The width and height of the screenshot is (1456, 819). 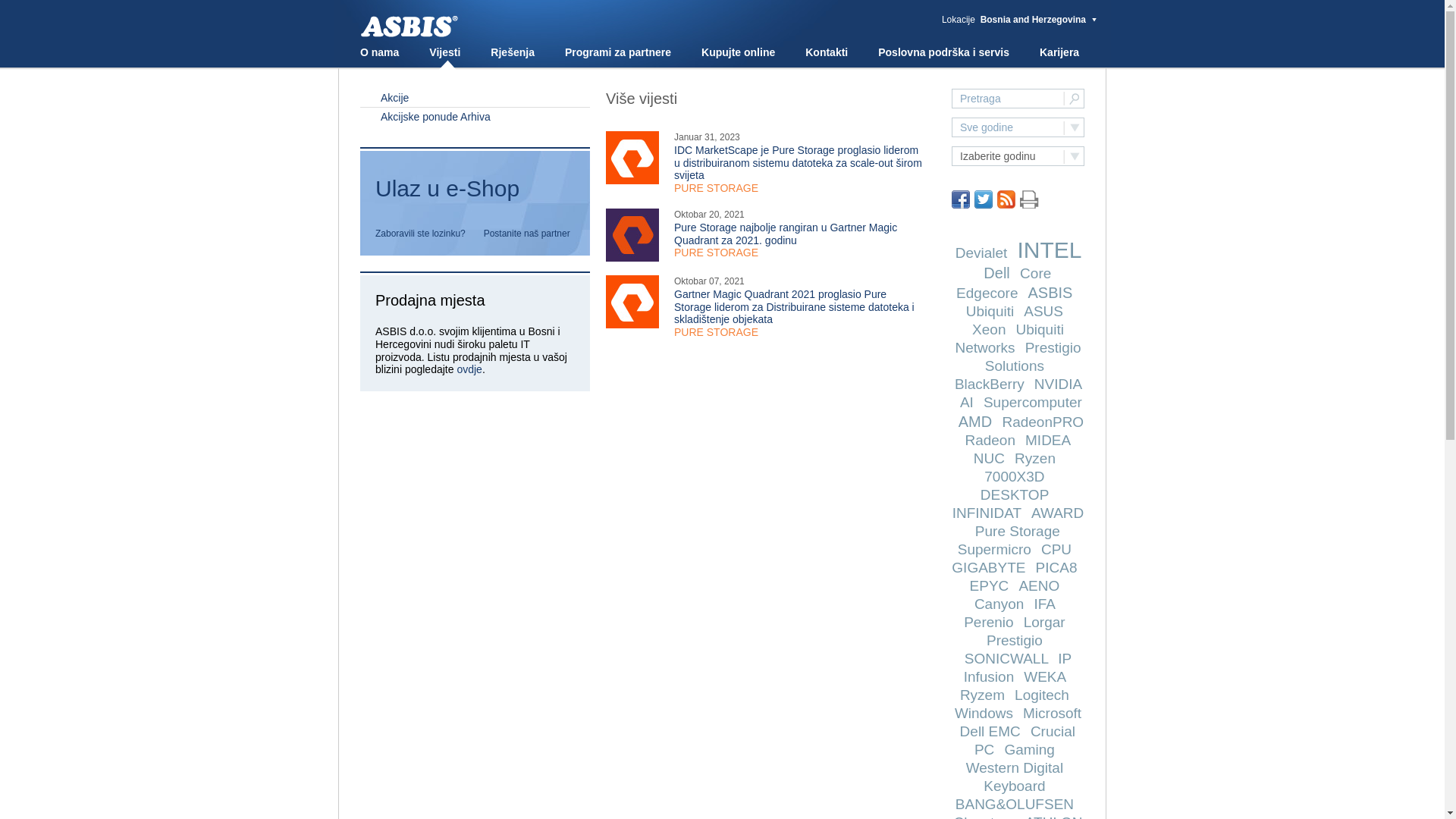 I want to click on 'Kontakti', so click(x=804, y=52).